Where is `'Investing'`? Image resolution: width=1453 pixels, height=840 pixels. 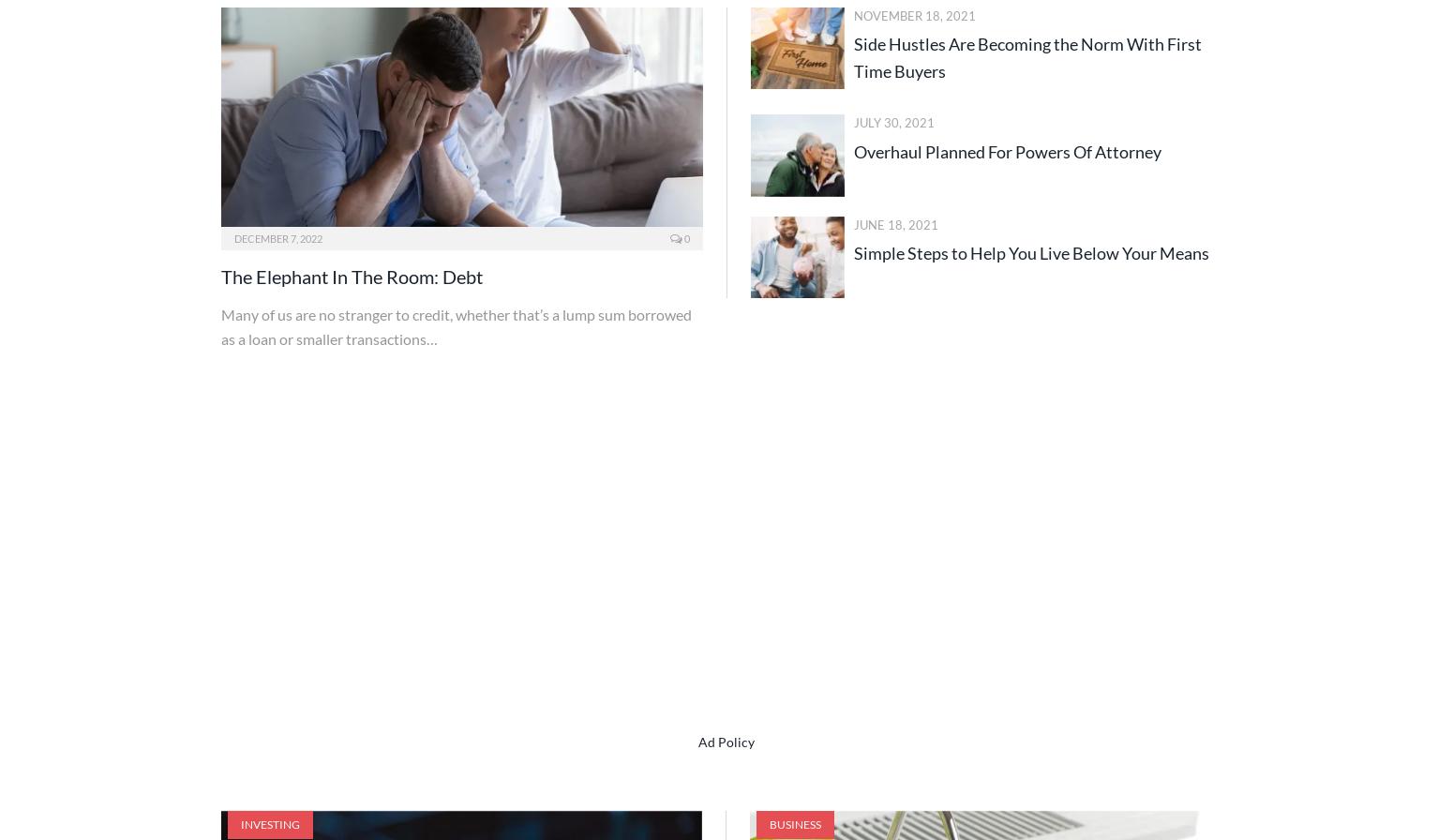
'Investing' is located at coordinates (270, 823).